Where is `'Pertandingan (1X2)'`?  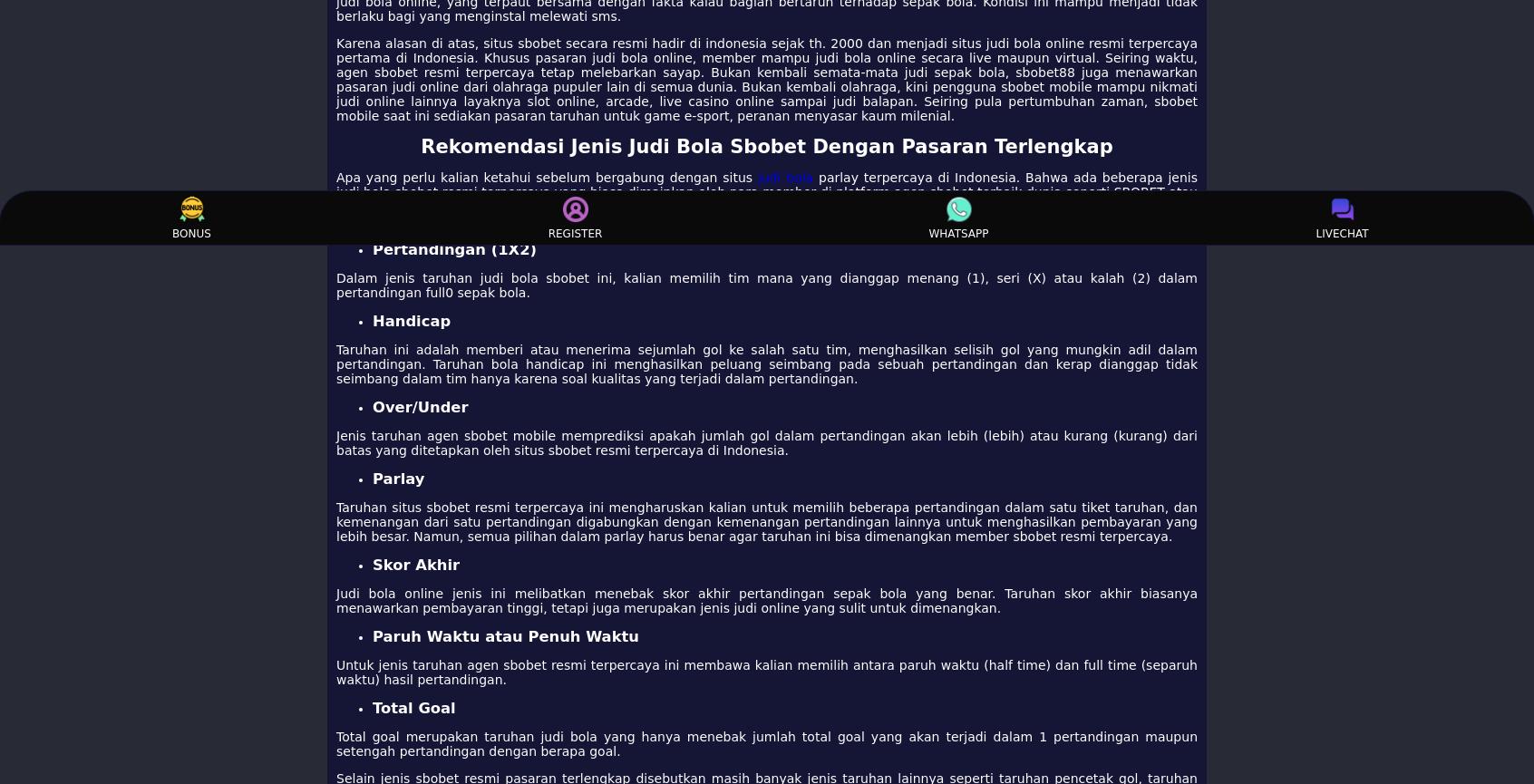 'Pertandingan (1X2)' is located at coordinates (454, 248).